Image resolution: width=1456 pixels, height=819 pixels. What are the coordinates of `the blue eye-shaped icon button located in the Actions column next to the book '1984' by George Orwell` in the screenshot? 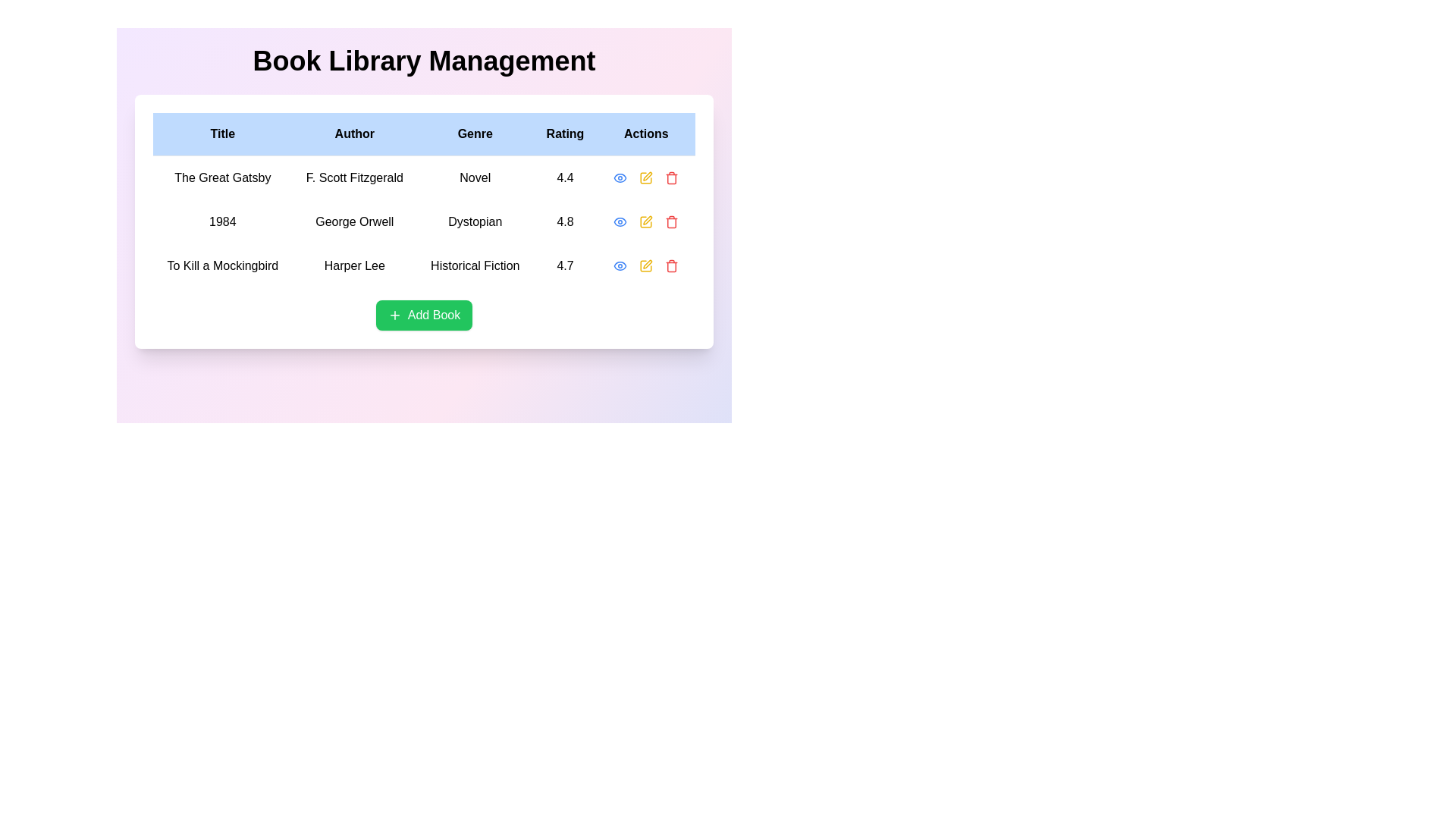 It's located at (620, 222).